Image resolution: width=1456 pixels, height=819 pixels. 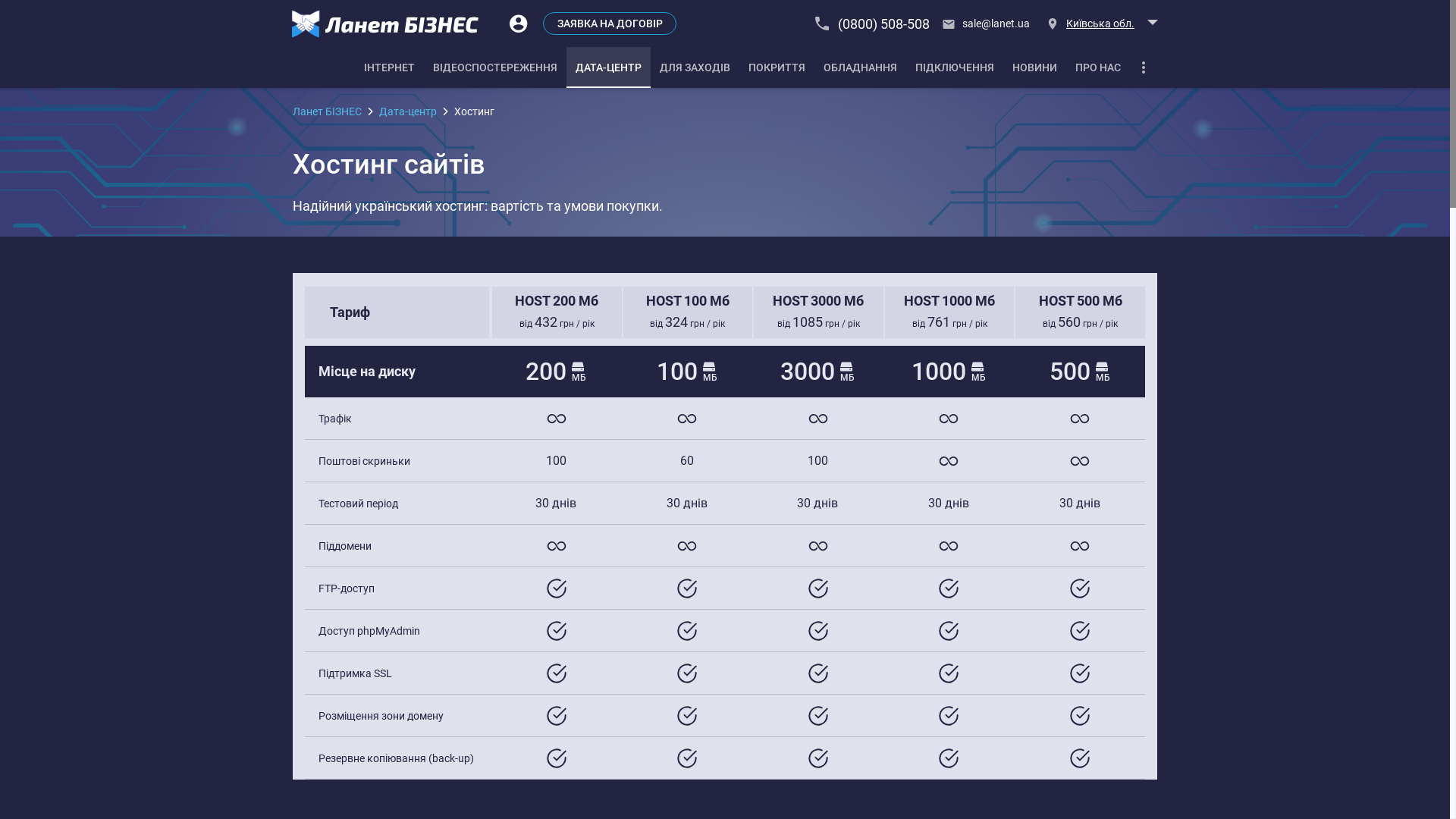 What do you see at coordinates (873, 23) in the screenshot?
I see `'(0800) 508-508'` at bounding box center [873, 23].